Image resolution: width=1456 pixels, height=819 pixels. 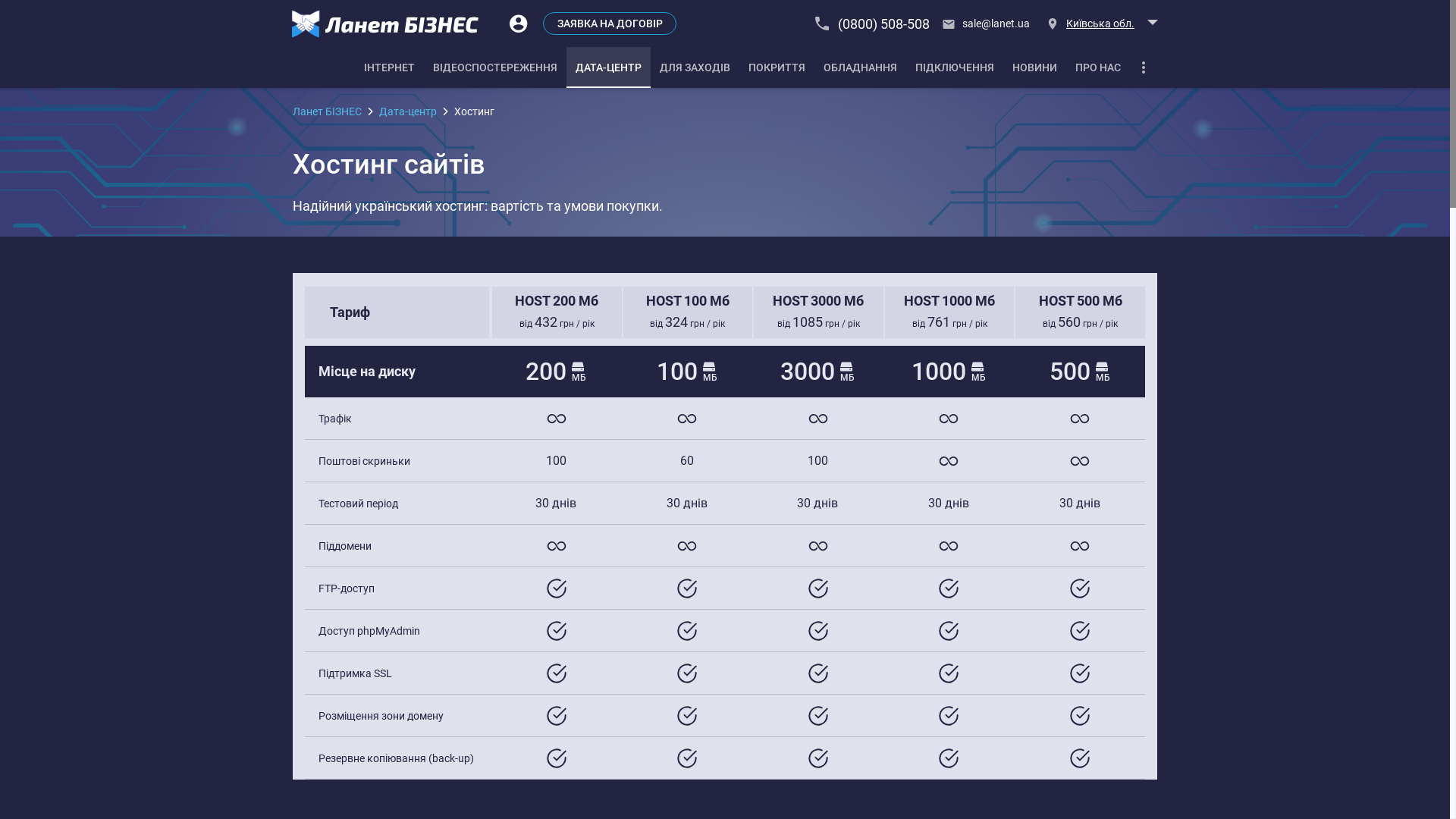 What do you see at coordinates (873, 23) in the screenshot?
I see `'(0800) 508-508'` at bounding box center [873, 23].